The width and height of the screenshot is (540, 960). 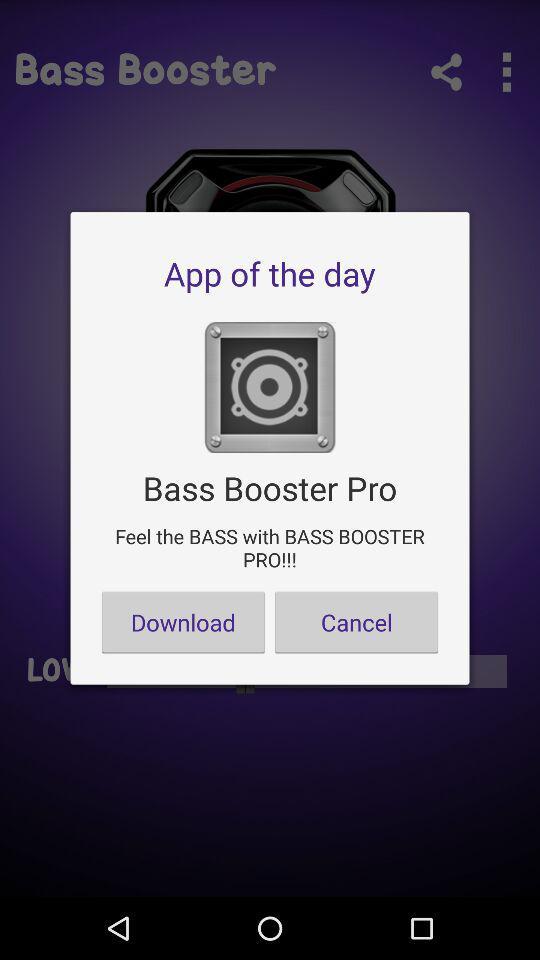 I want to click on the download item, so click(x=183, y=621).